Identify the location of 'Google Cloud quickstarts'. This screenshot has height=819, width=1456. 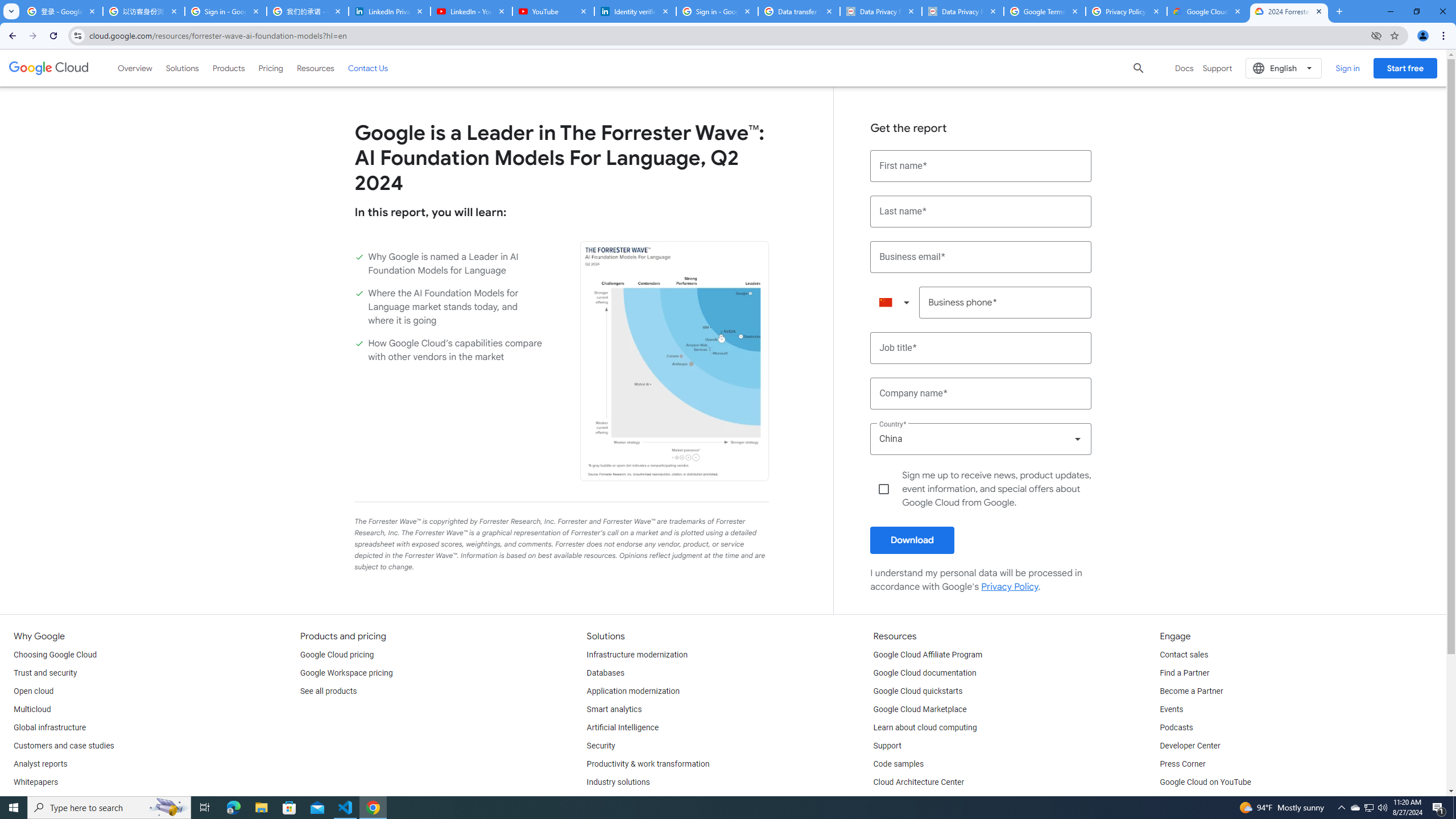
(918, 691).